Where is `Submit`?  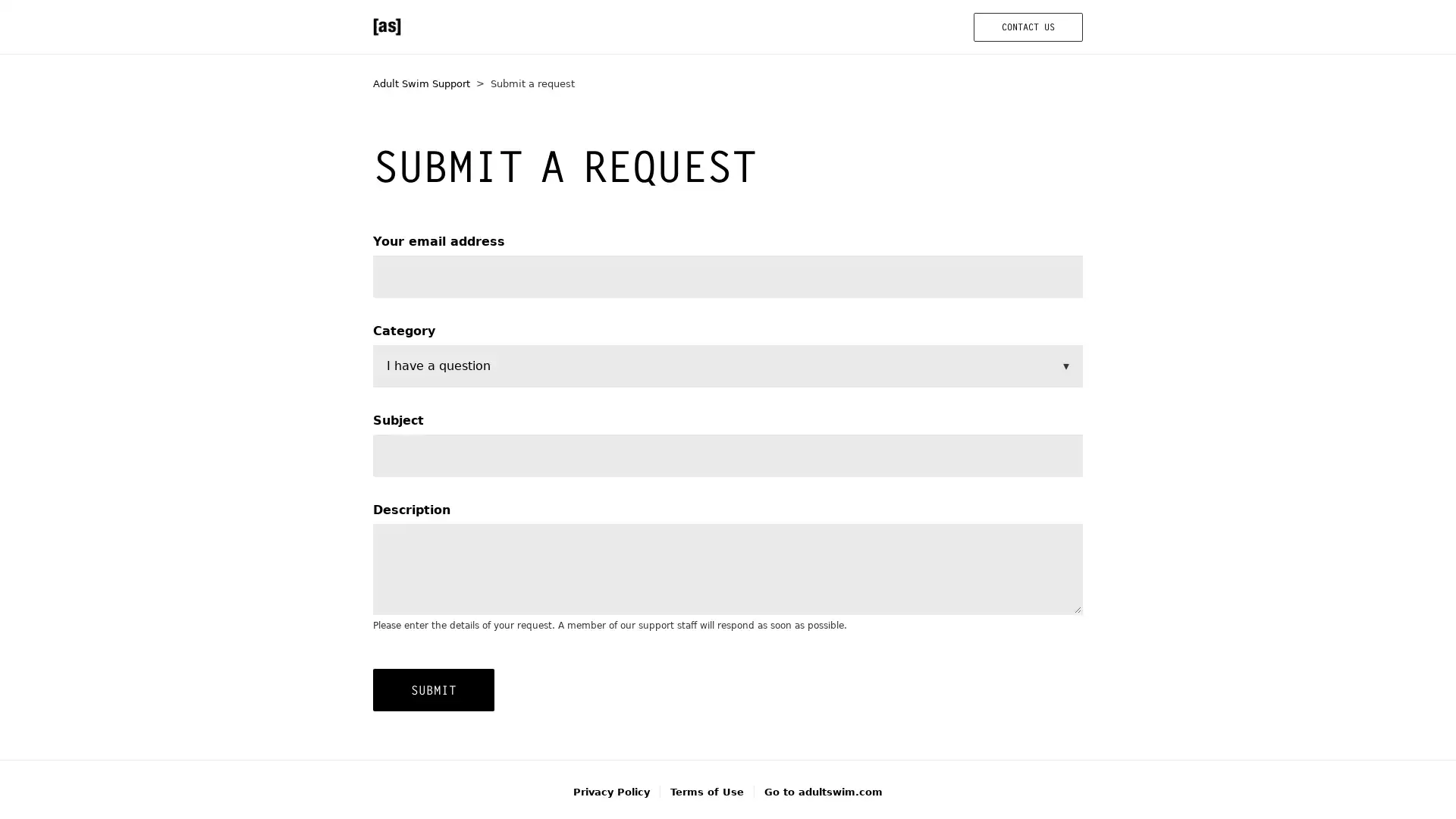 Submit is located at coordinates (432, 689).